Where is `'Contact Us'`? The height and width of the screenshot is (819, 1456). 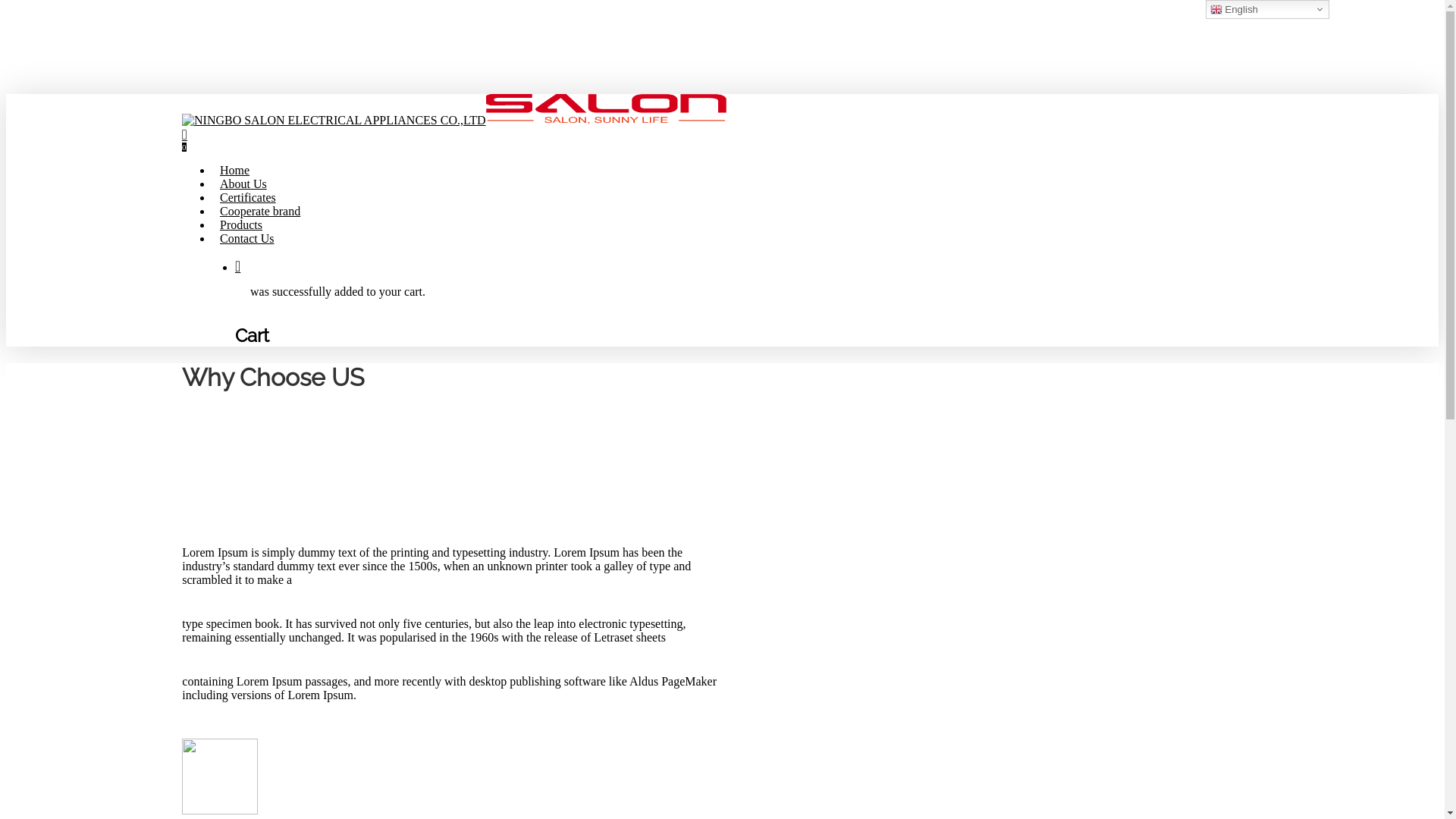 'Contact Us' is located at coordinates (247, 238).